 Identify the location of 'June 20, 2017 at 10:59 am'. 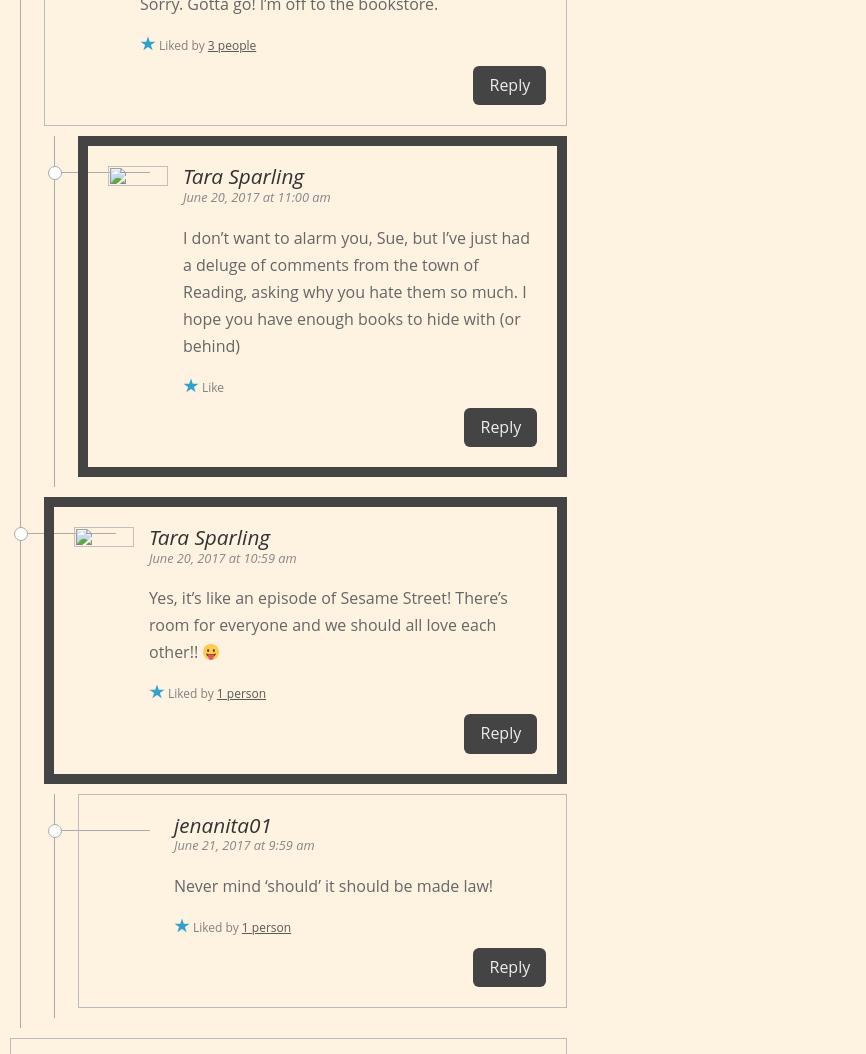
(221, 557).